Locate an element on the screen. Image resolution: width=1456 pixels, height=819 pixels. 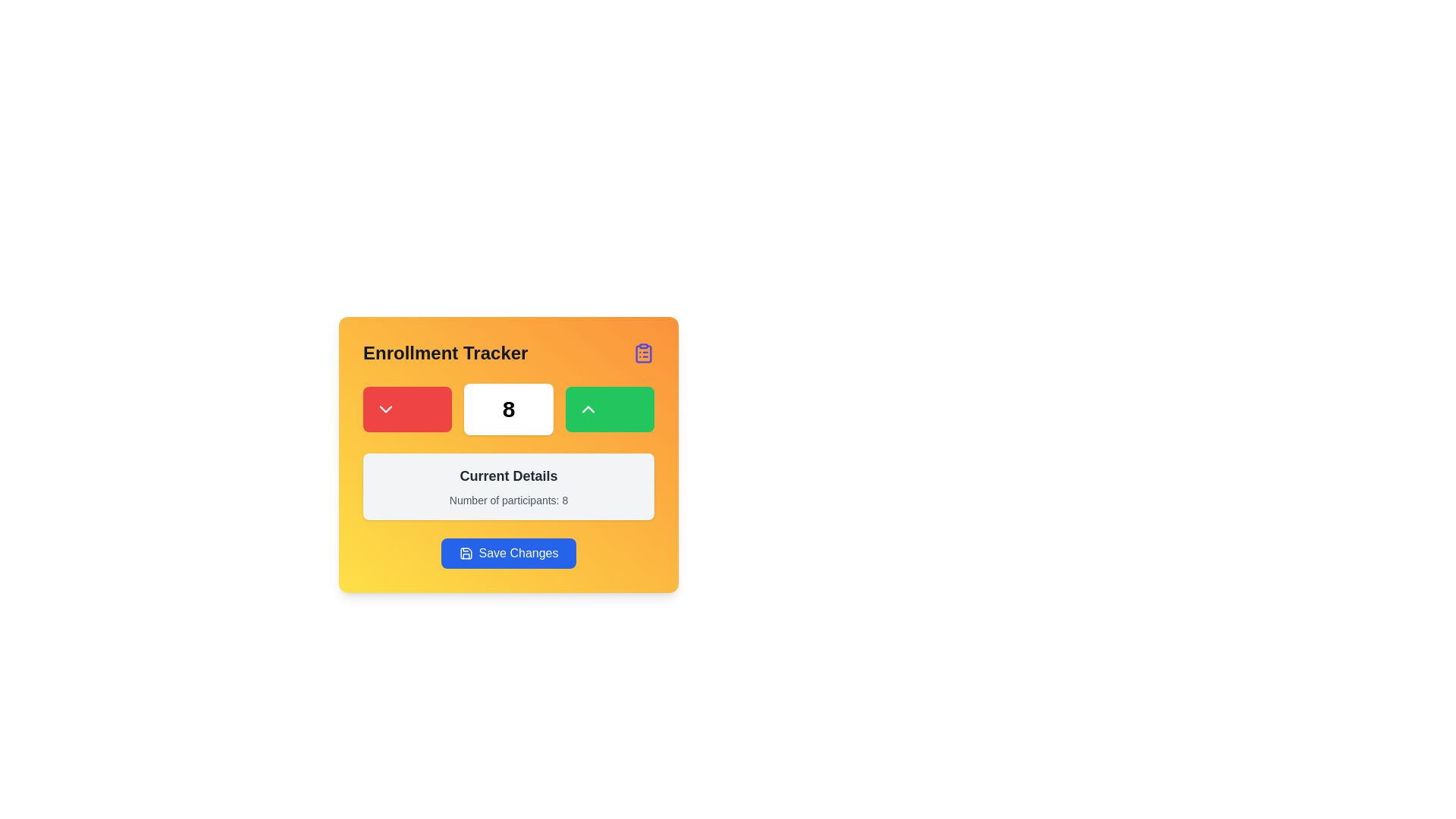
the submission button located at the bottom center of the 'Enrollment Tracker' card is located at coordinates (509, 553).